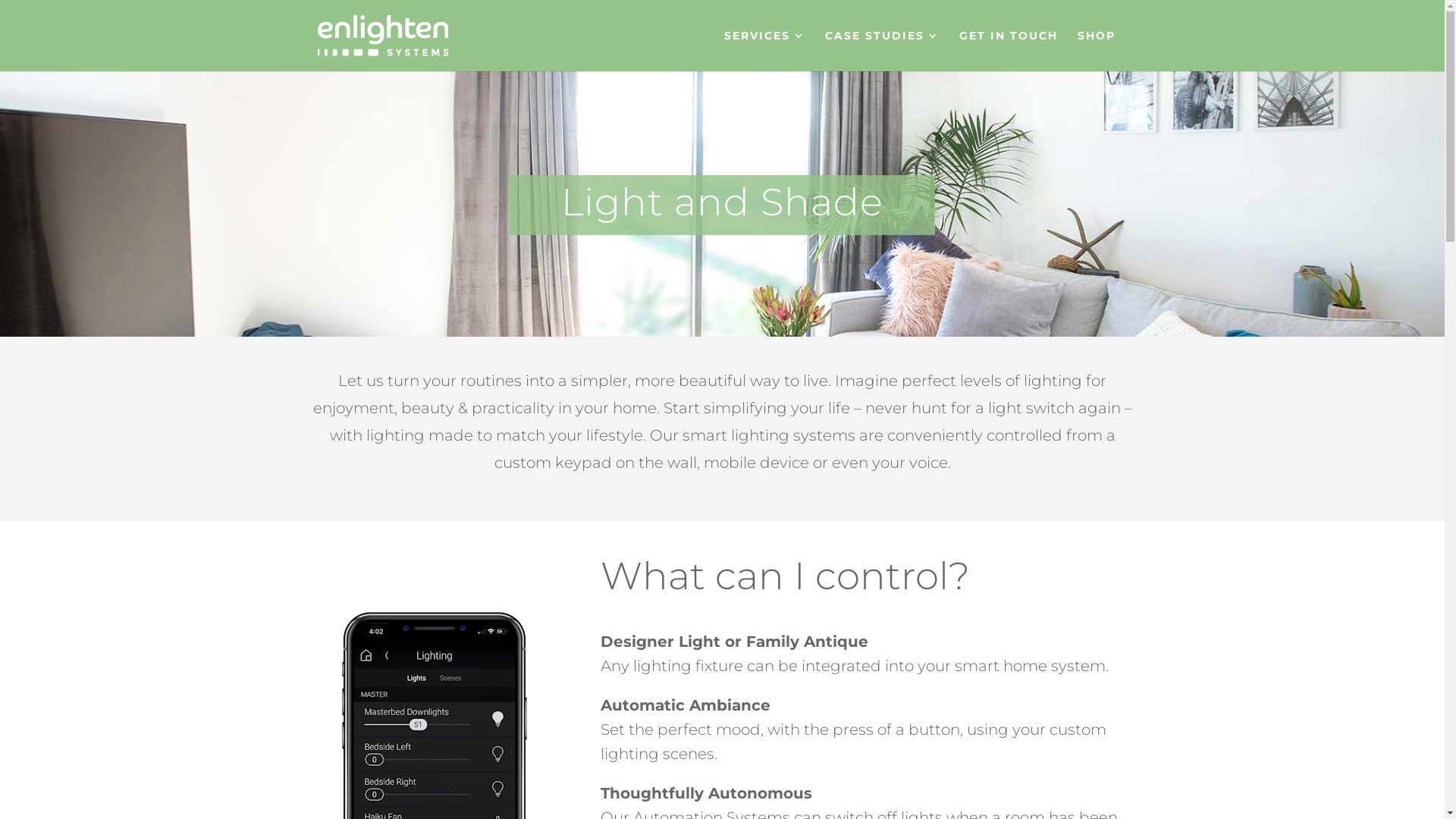 This screenshot has width=1456, height=819. I want to click on 'CASE STUDIES', so click(824, 49).